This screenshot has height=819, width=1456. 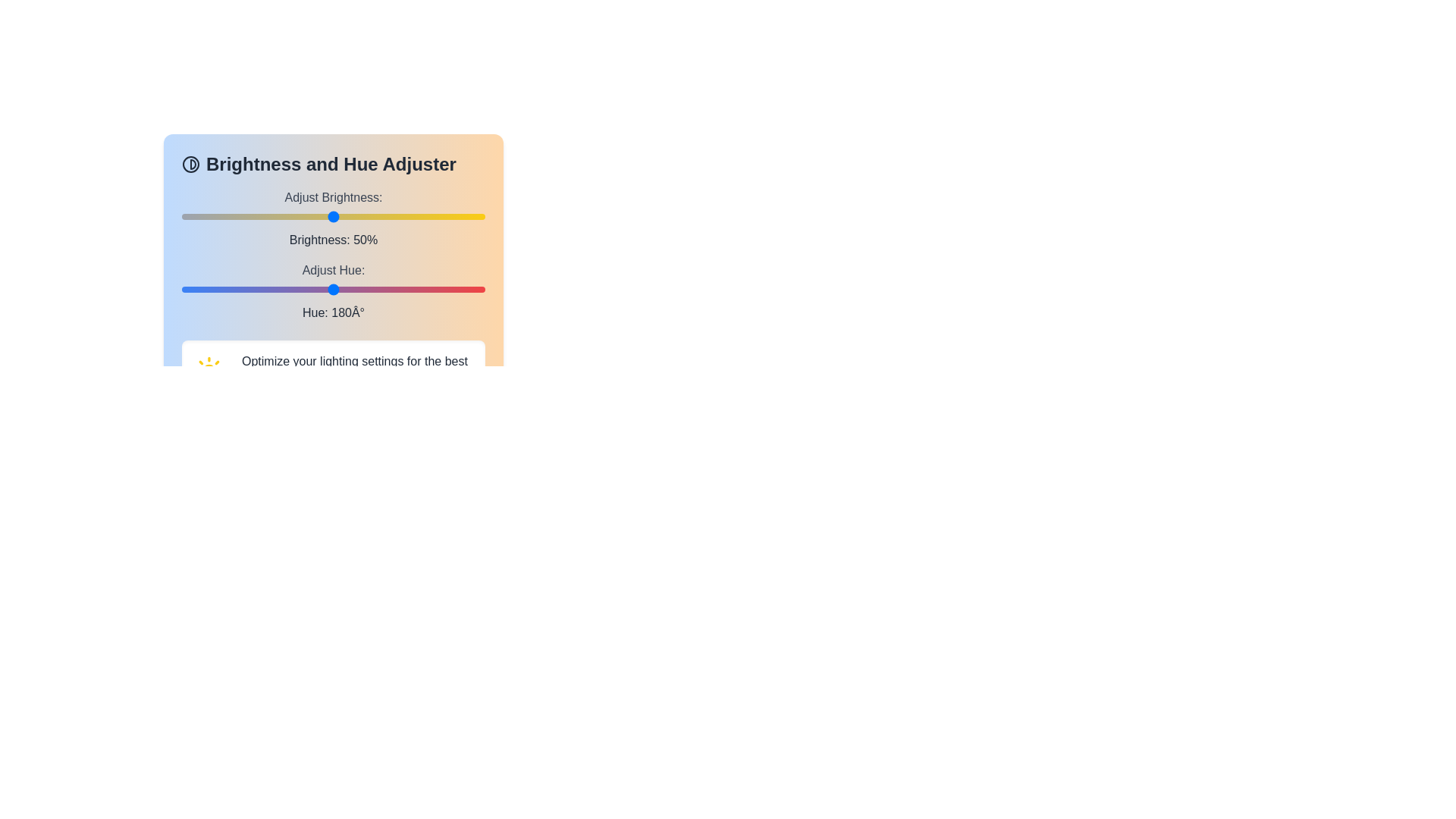 What do you see at coordinates (344, 289) in the screenshot?
I see `the hue to 194 degrees by moving the slider` at bounding box center [344, 289].